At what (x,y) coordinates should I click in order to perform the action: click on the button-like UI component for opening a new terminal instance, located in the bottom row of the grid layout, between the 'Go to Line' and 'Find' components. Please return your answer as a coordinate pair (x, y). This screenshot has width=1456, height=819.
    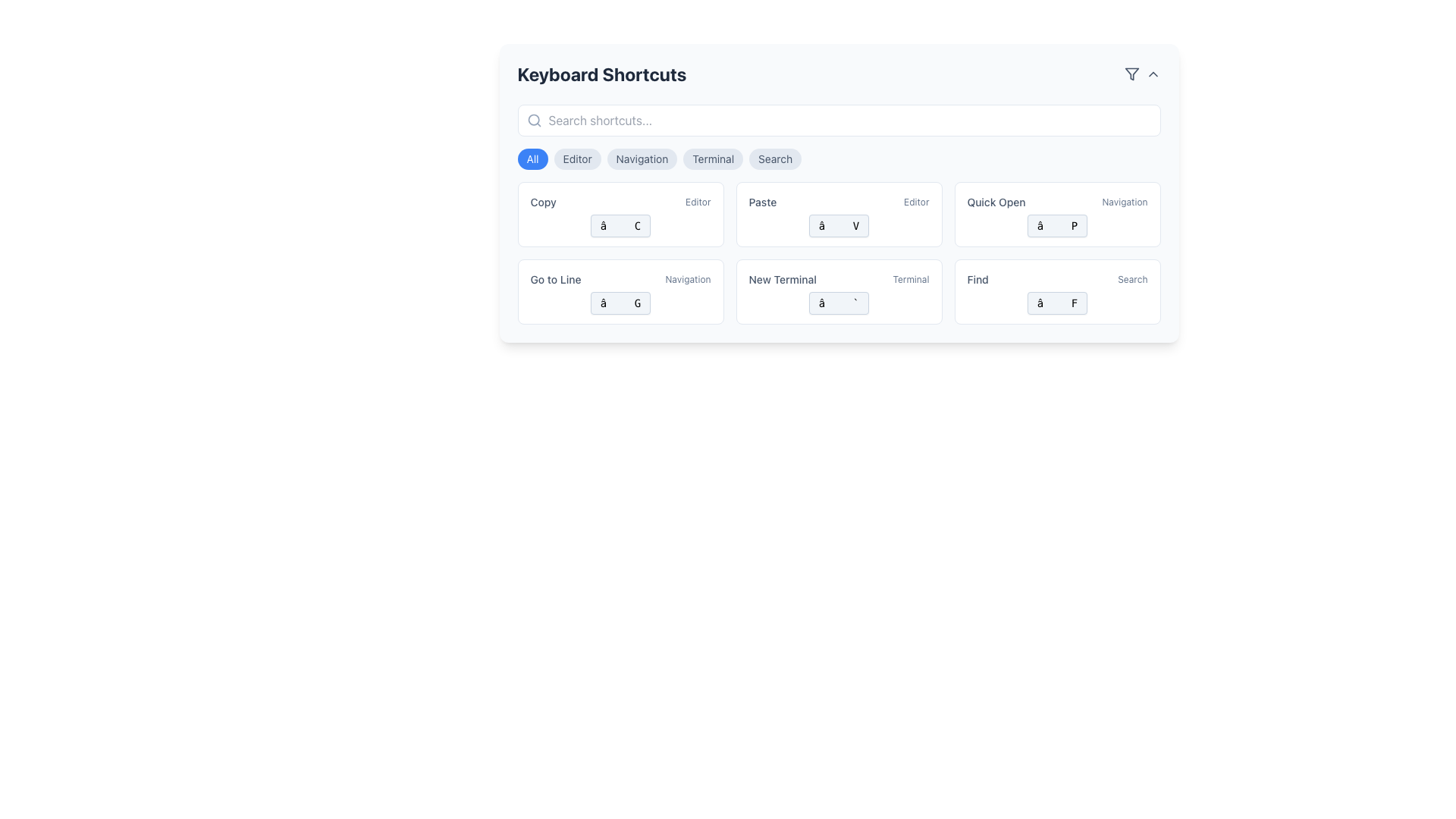
    Looking at the image, I should click on (838, 292).